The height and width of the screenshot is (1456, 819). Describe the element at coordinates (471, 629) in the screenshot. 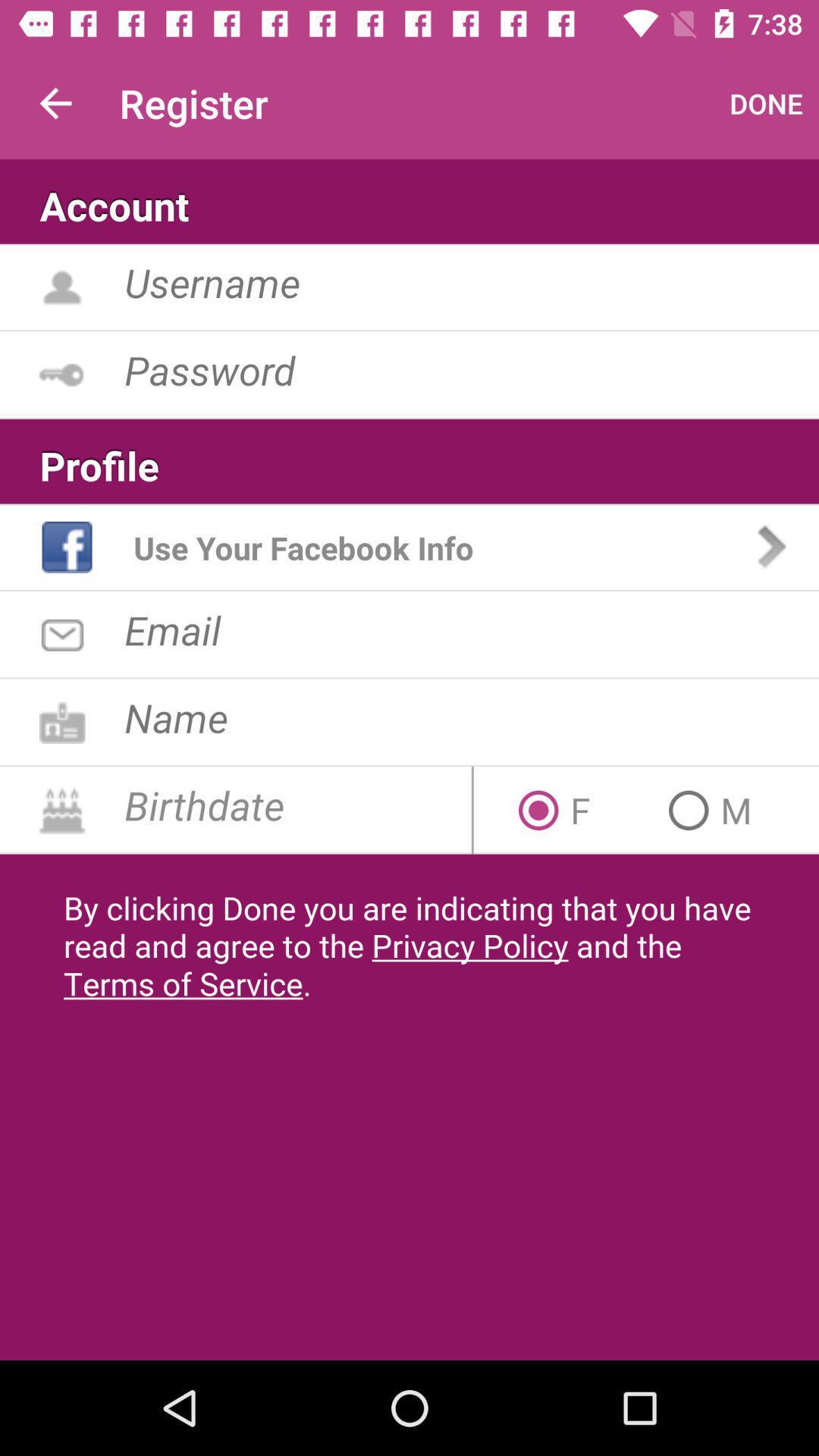

I see `opens text to input email address` at that location.